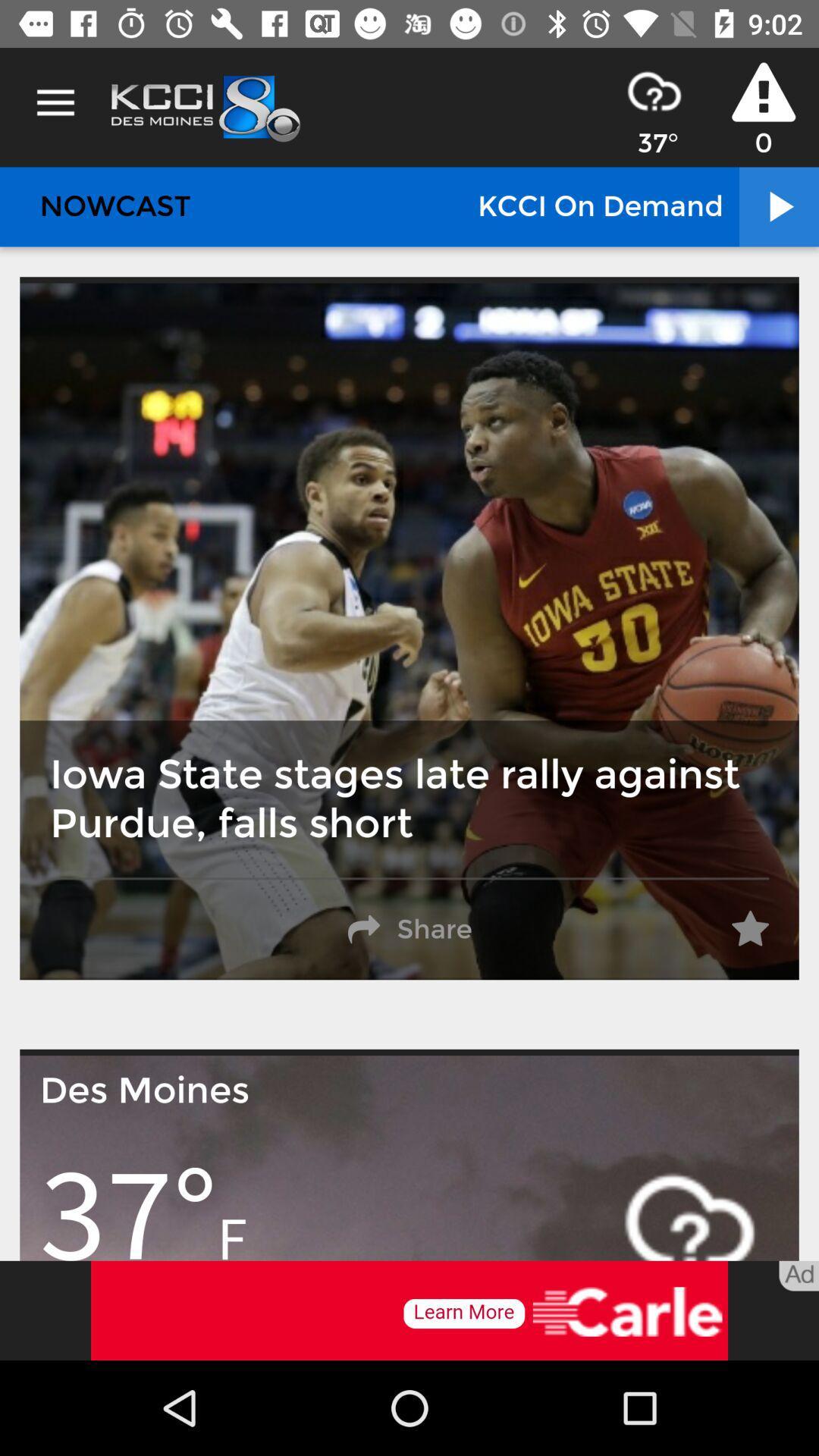 This screenshot has height=1456, width=819. What do you see at coordinates (409, 1310) in the screenshot?
I see `advertisement` at bounding box center [409, 1310].